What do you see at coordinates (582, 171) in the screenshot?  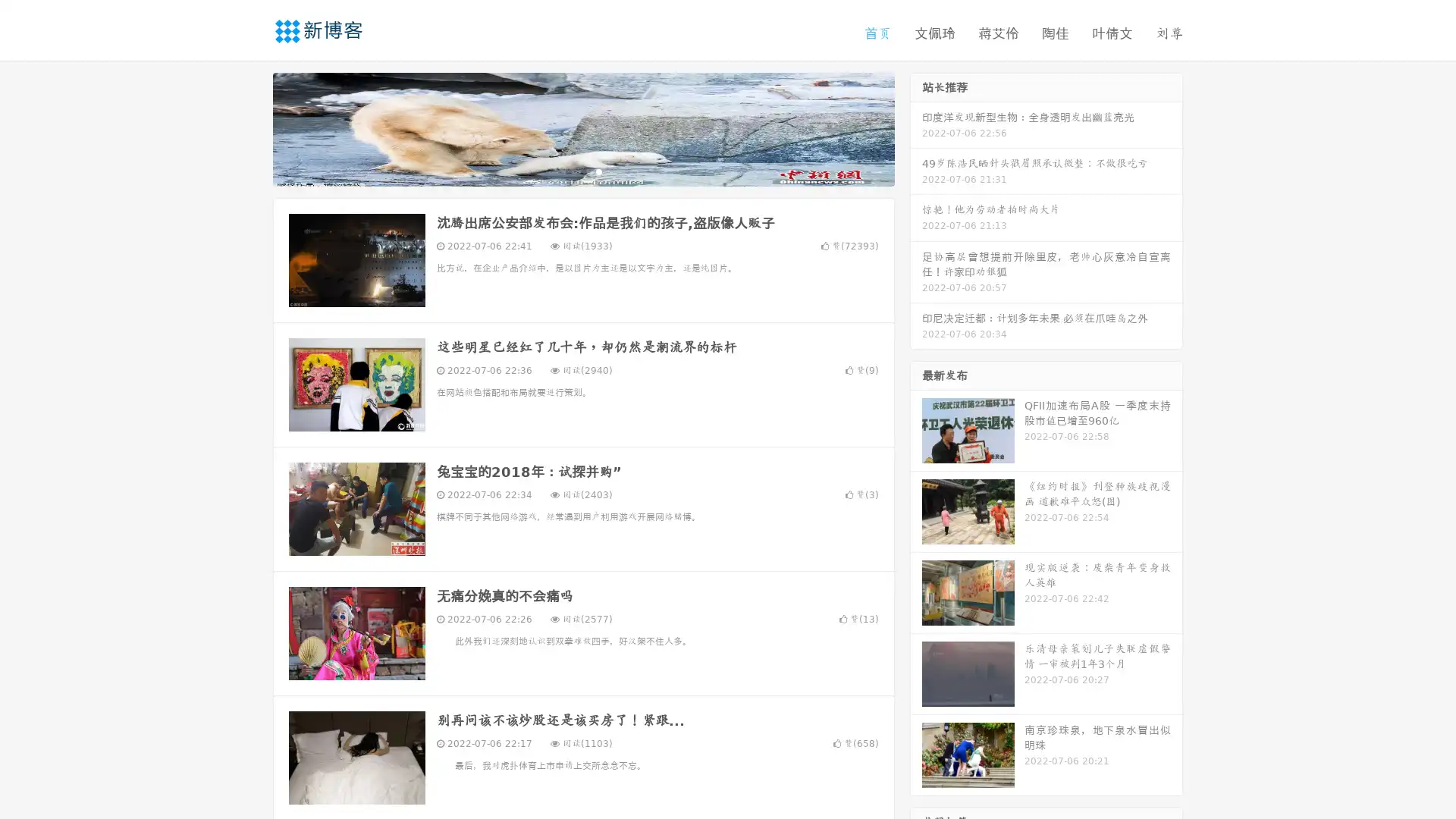 I see `Go to slide 2` at bounding box center [582, 171].